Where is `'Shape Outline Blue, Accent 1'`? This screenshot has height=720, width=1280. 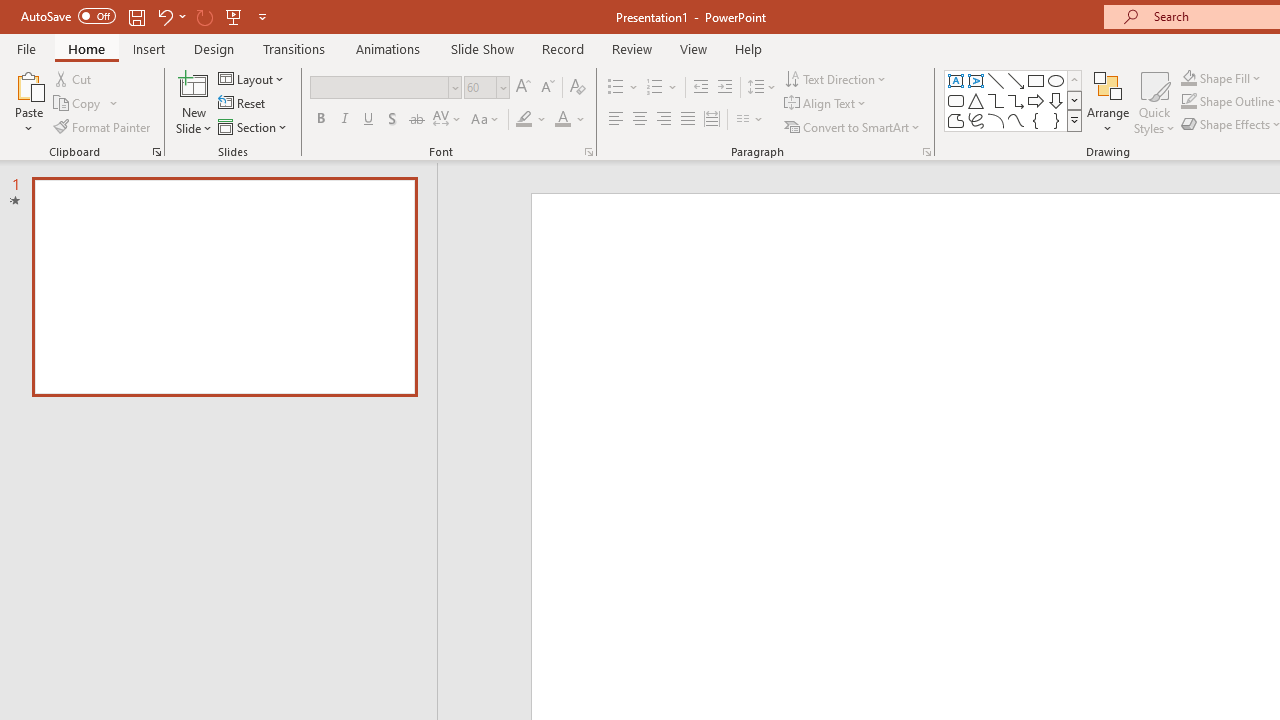 'Shape Outline Blue, Accent 1' is located at coordinates (1189, 101).